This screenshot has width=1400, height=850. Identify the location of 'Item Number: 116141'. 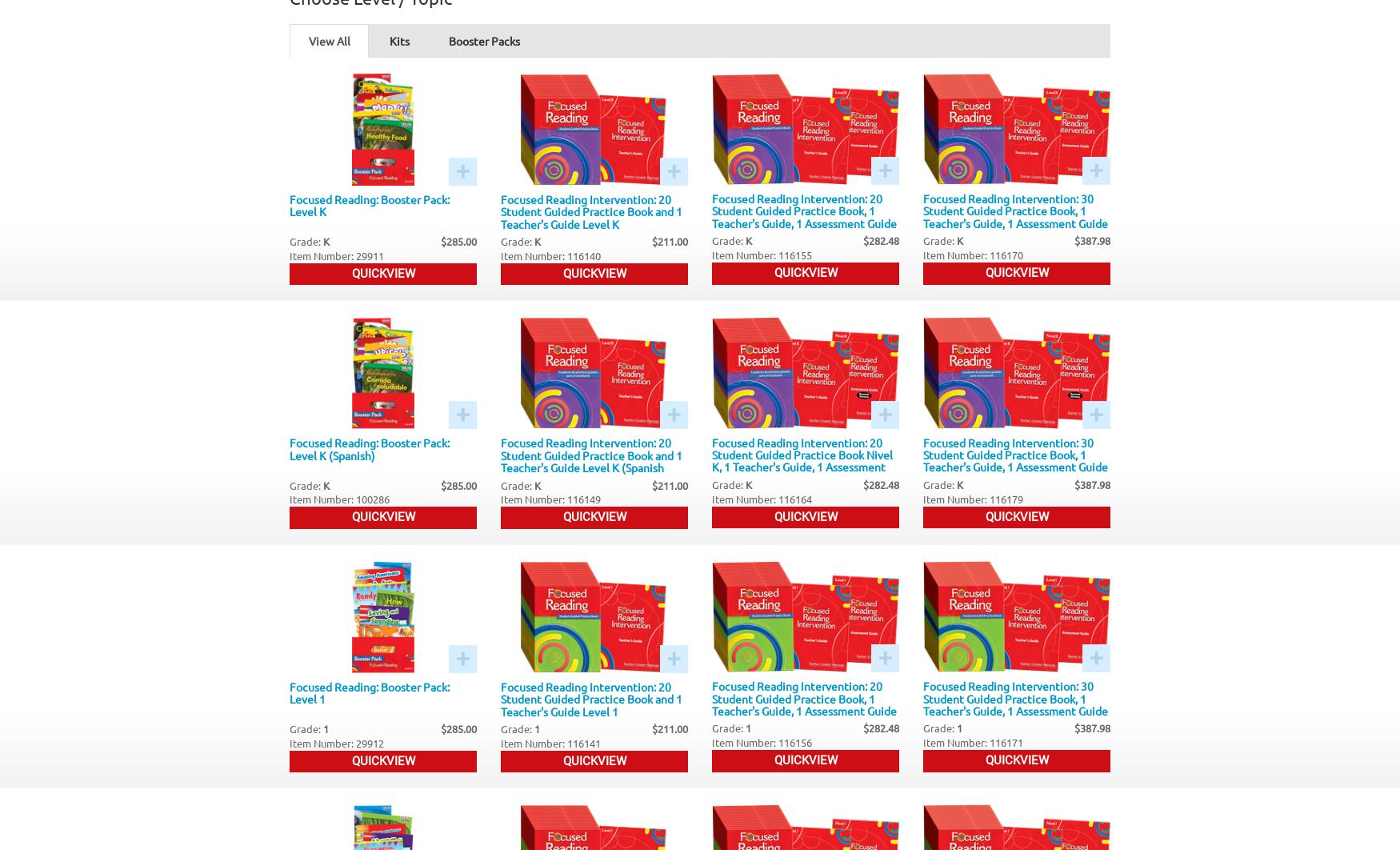
(550, 742).